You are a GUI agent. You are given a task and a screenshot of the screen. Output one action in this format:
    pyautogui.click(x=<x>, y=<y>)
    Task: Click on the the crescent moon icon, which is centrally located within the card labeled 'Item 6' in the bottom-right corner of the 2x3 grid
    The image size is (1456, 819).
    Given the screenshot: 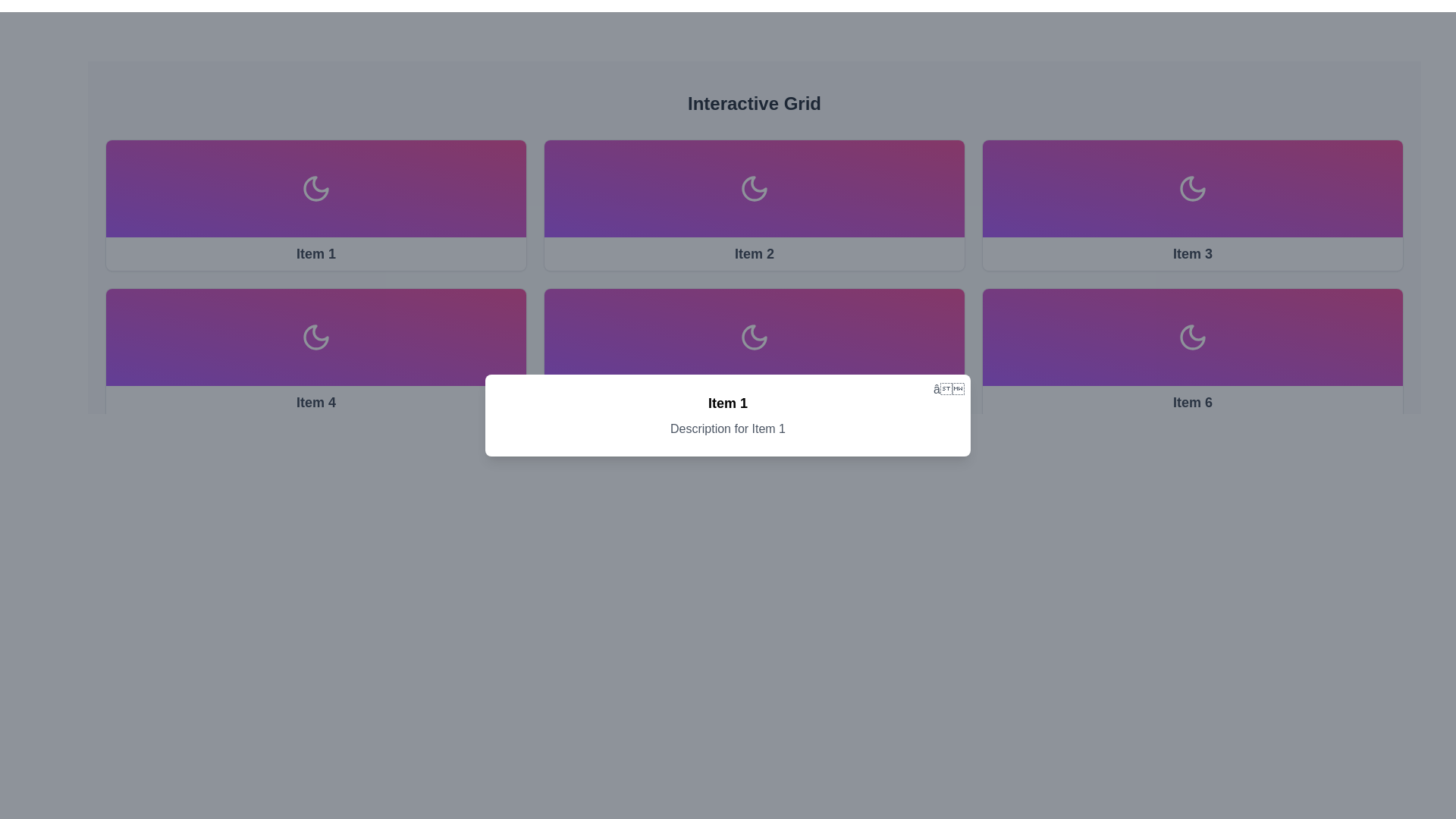 What is the action you would take?
    pyautogui.click(x=1192, y=336)
    